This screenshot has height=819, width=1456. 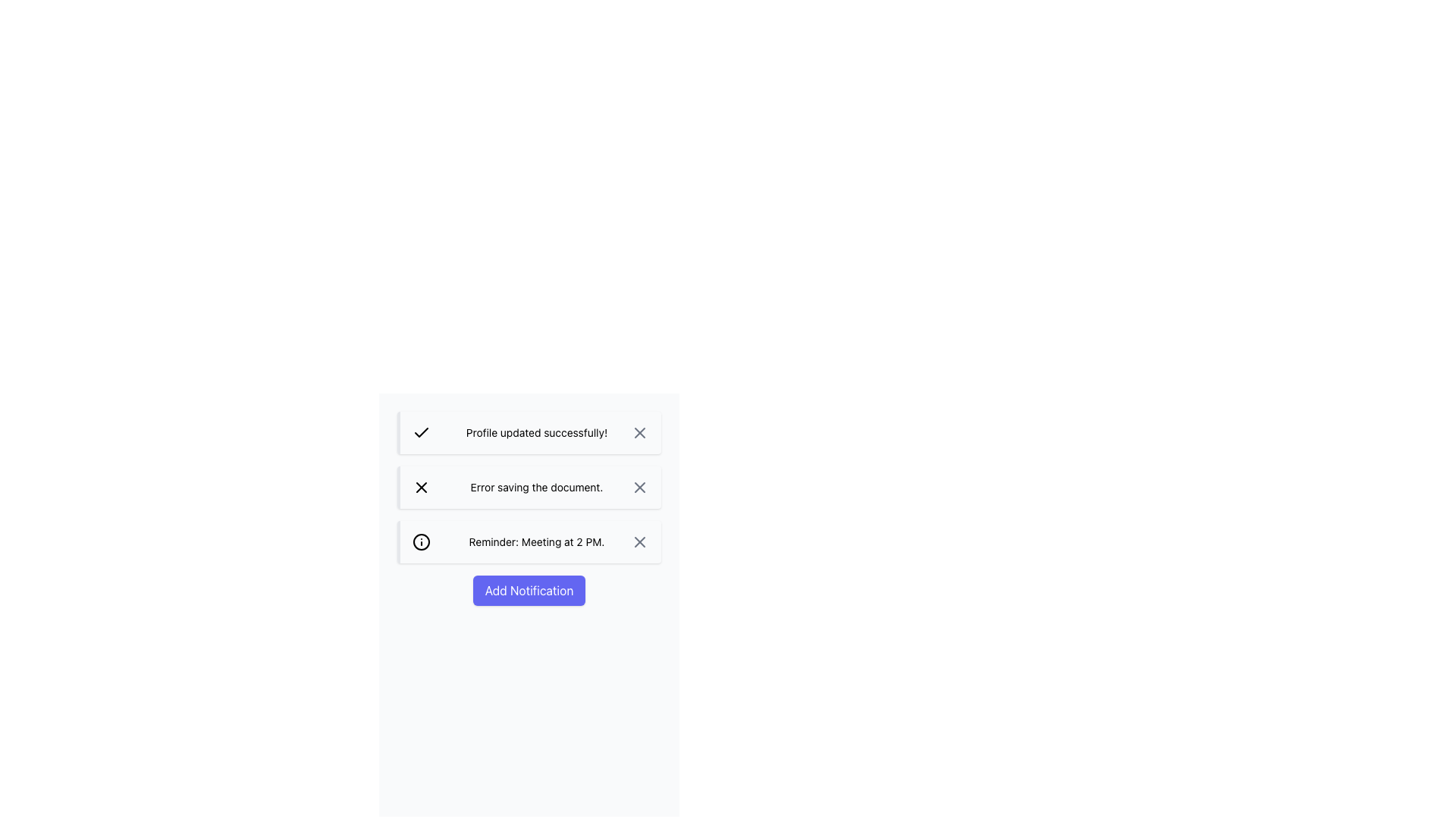 I want to click on the 'X' icon that represents a close or cancel action, located to the left of the notification reading 'Error saving the document.', so click(x=422, y=488).